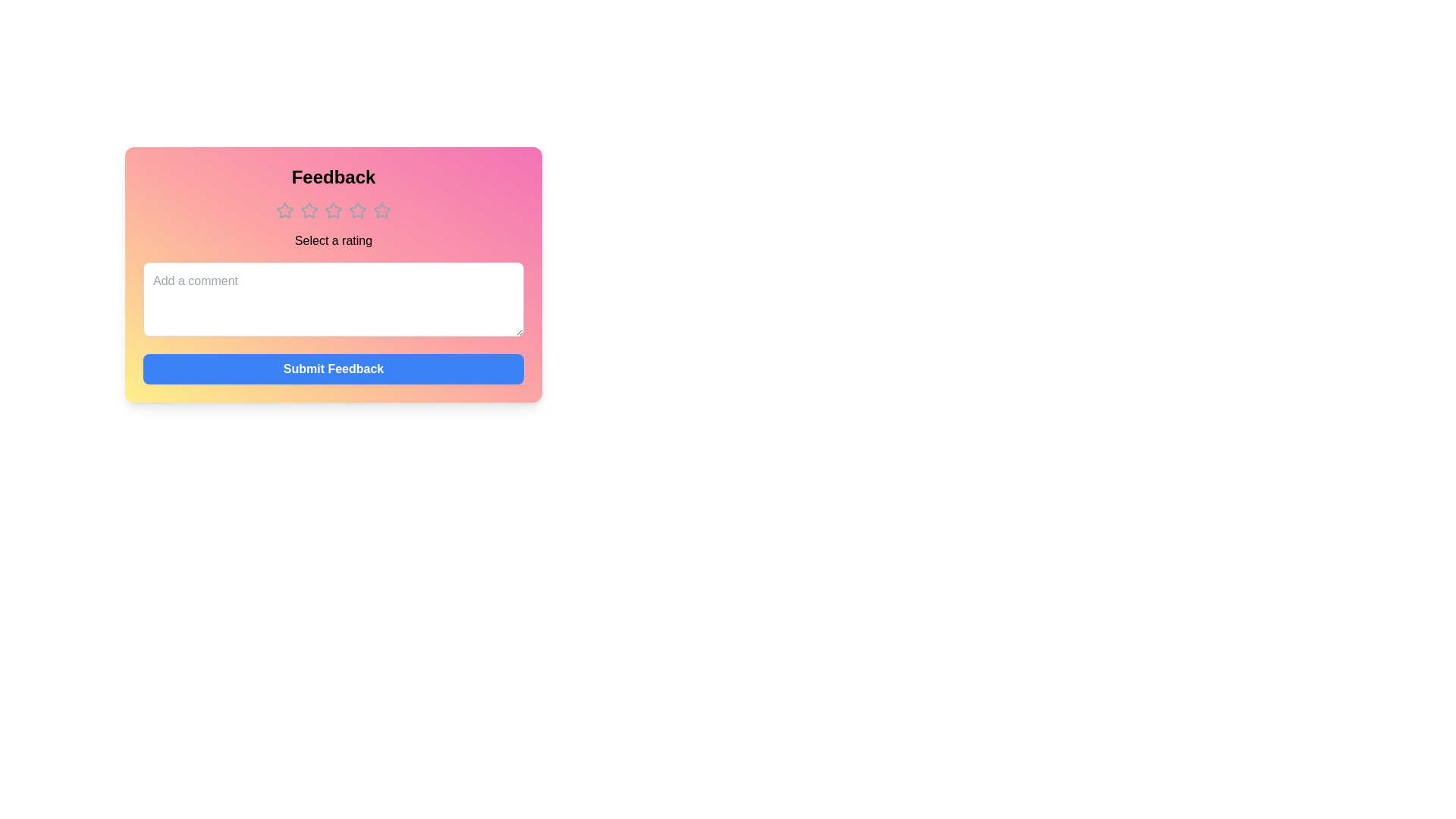 The width and height of the screenshot is (1456, 819). I want to click on the star corresponding to 2 to see its description, so click(309, 210).